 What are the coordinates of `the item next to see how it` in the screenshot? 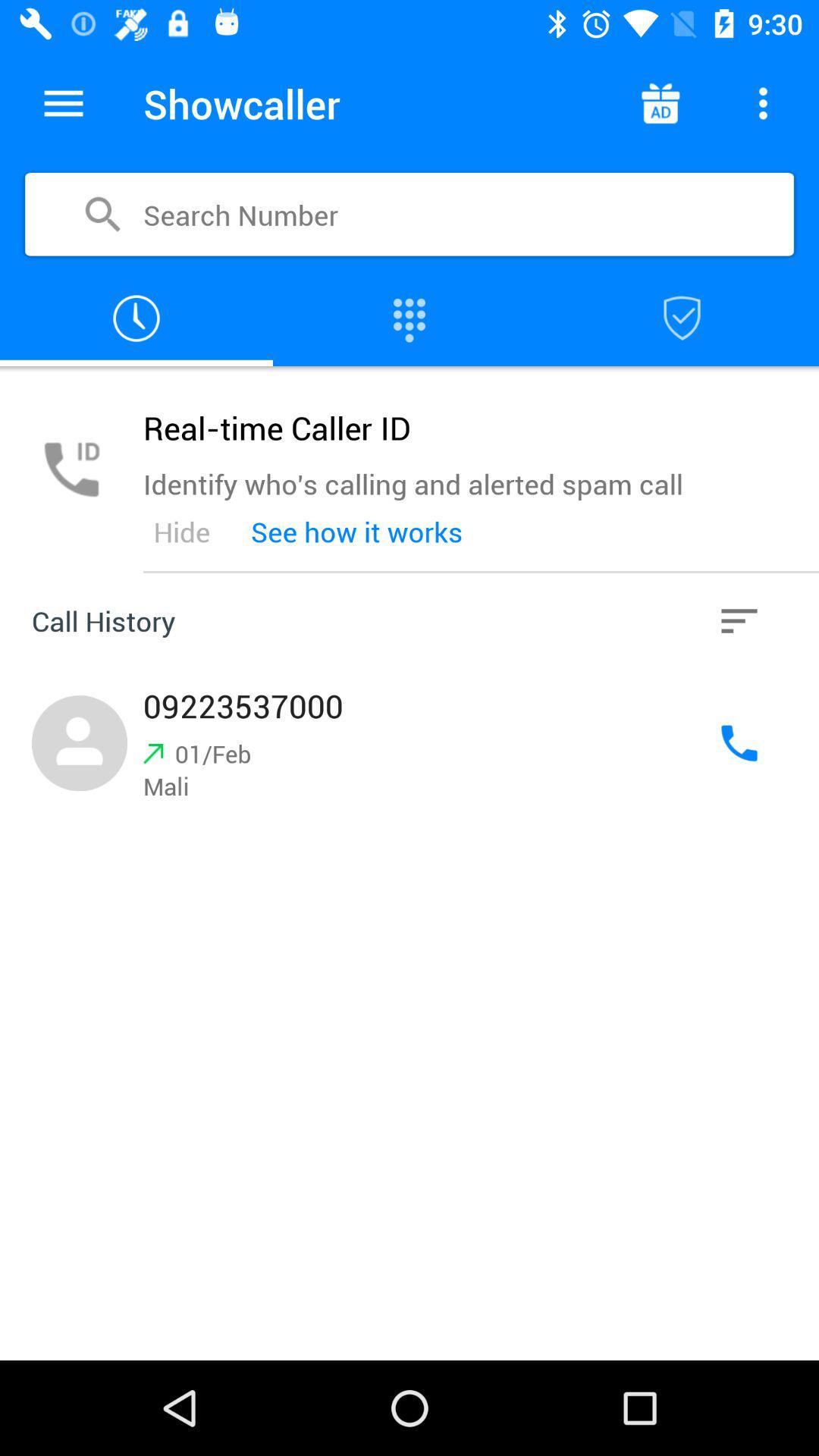 It's located at (180, 532).